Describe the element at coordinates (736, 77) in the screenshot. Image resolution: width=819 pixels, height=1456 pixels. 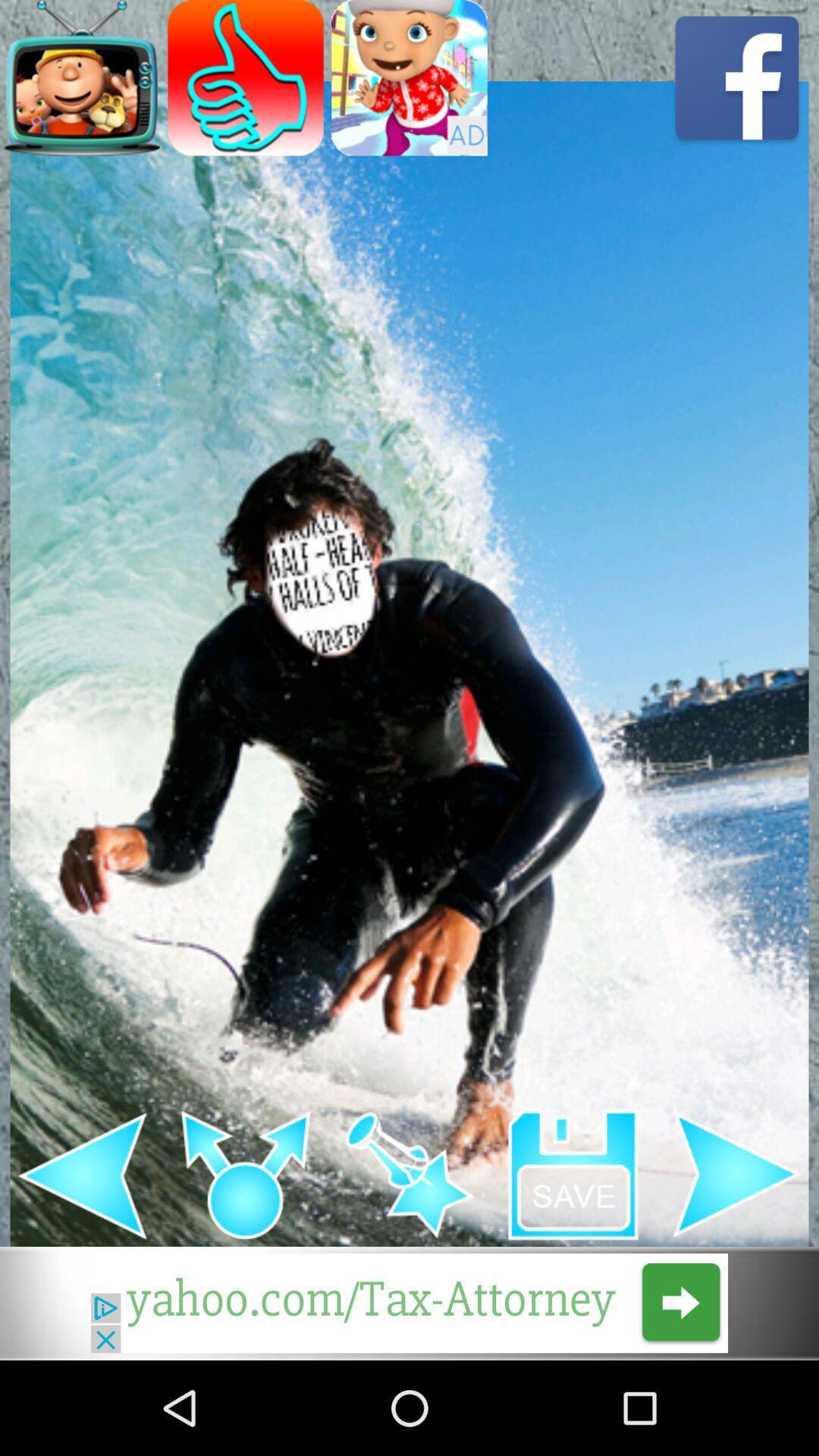
I see `link to facebook` at that location.